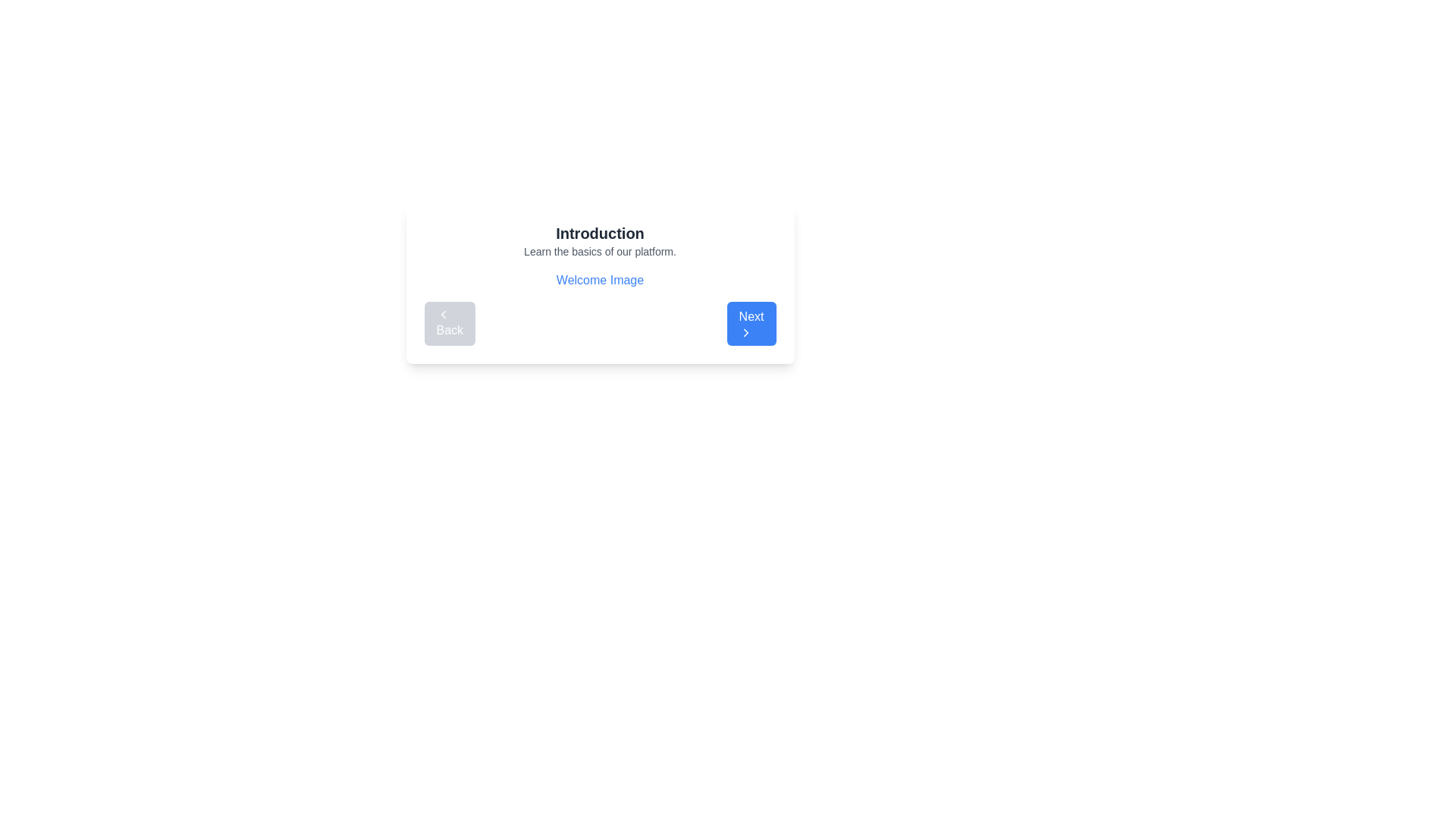  Describe the element at coordinates (745, 332) in the screenshot. I see `the right-pointing chevron icon inside the 'Next' button, which is located towards the bottom-right corner of the interface` at that location.